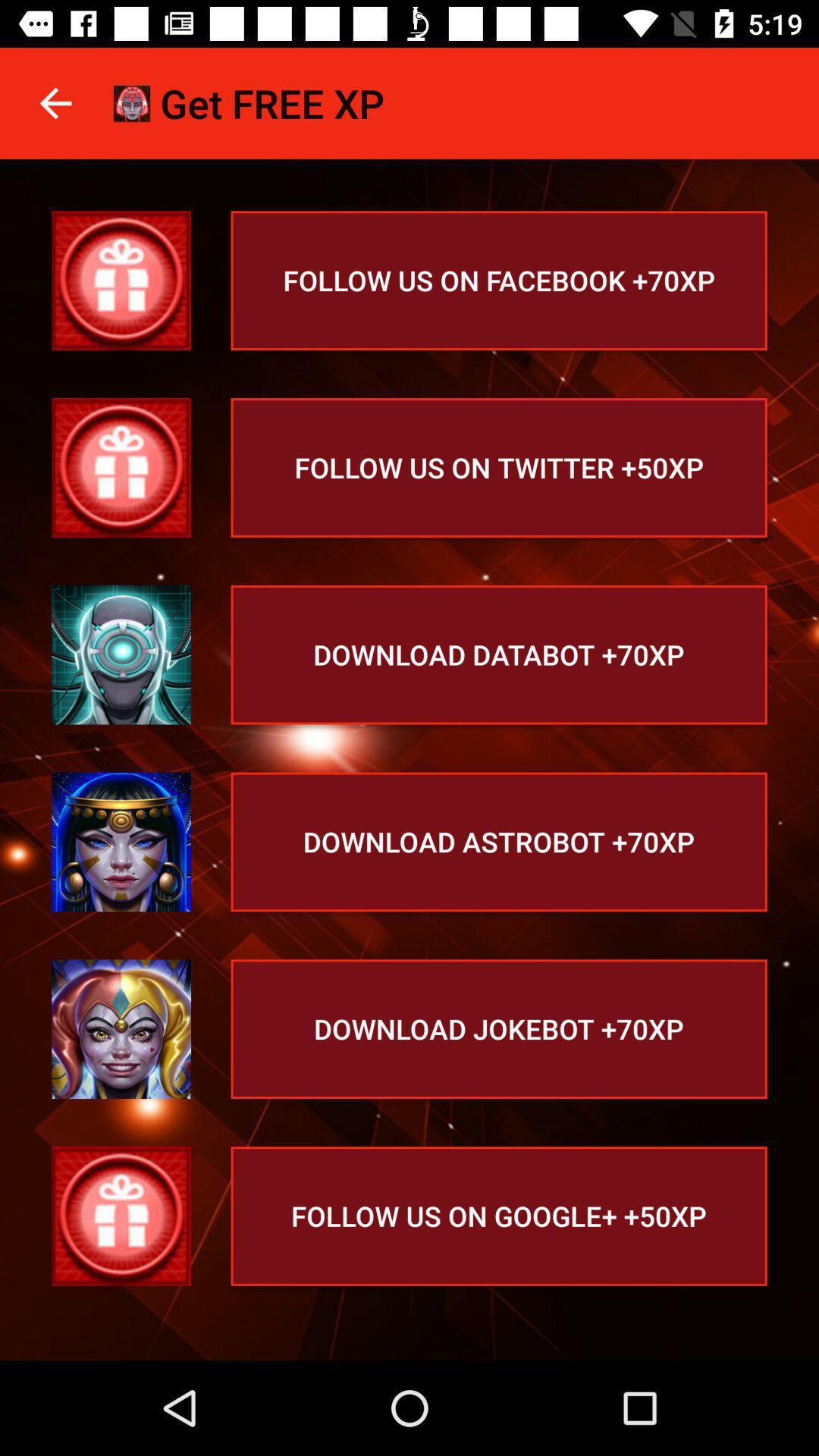  Describe the element at coordinates (121, 1216) in the screenshot. I see `the gift icon` at that location.